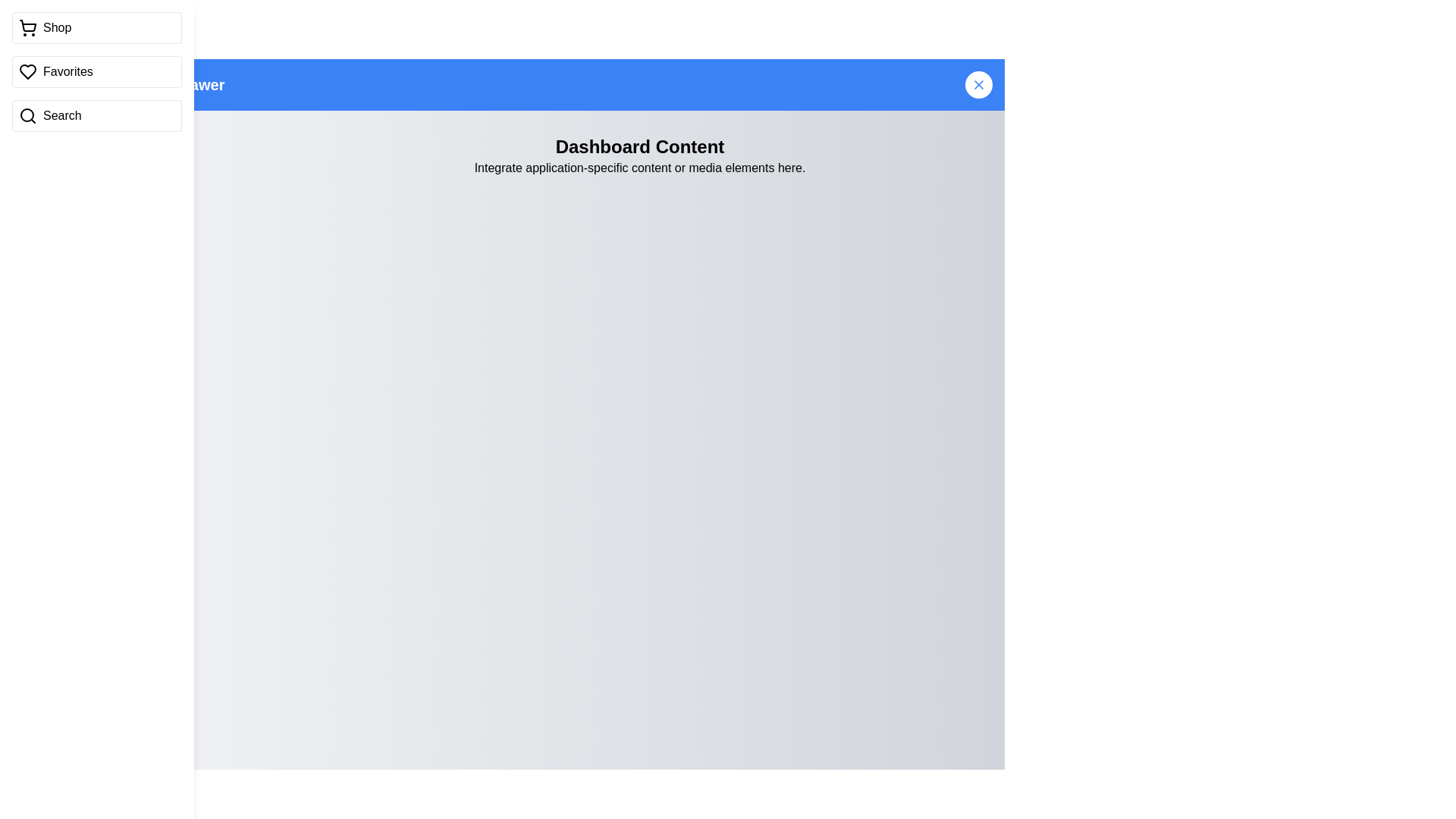 The image size is (1456, 819). What do you see at coordinates (640, 168) in the screenshot?
I see `text label that says 'Integrate application-specific content or media elements here.' which is located below the 'Dashboard Content' title in the central panel area` at bounding box center [640, 168].